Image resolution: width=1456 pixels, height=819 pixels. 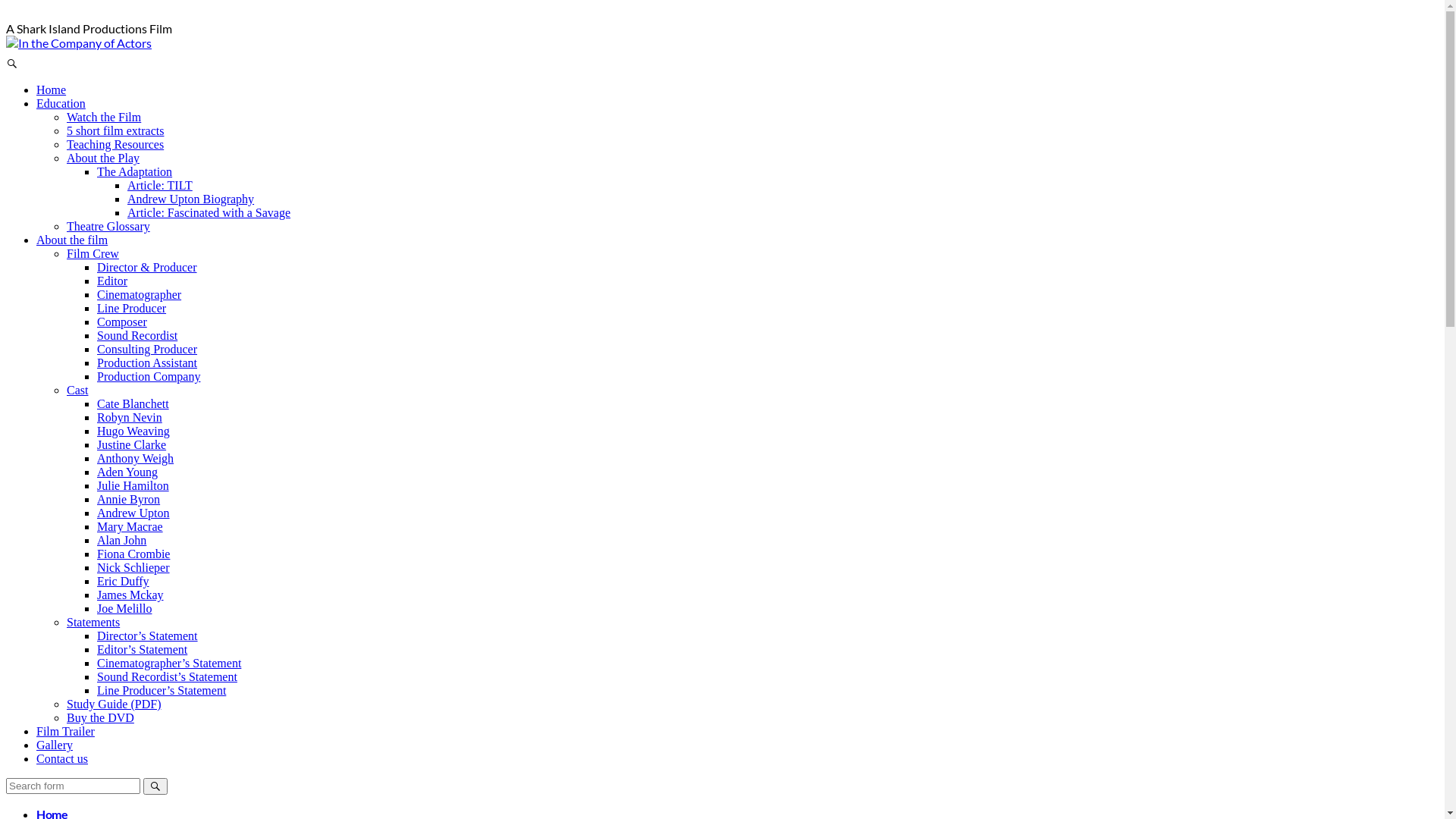 What do you see at coordinates (93, 622) in the screenshot?
I see `'Statements'` at bounding box center [93, 622].